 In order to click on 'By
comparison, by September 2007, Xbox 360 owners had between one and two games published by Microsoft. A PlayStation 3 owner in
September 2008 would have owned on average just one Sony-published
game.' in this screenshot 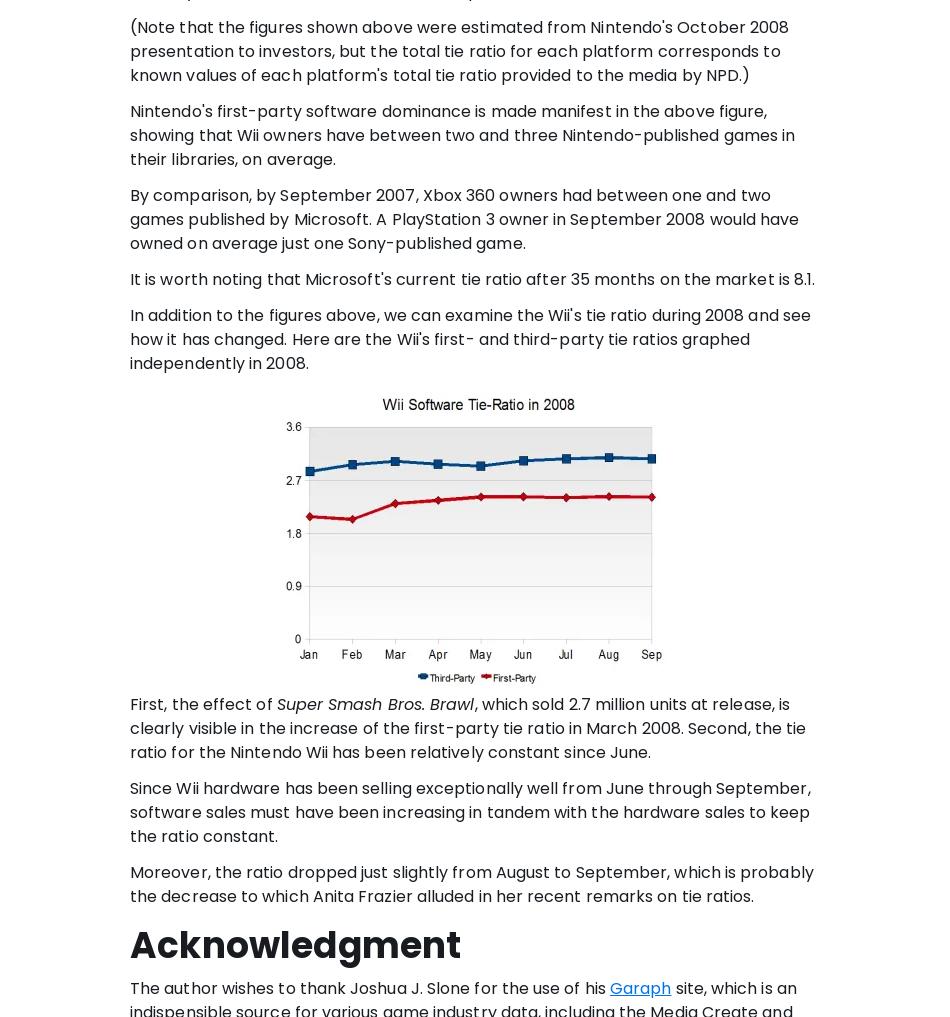, I will do `click(463, 218)`.